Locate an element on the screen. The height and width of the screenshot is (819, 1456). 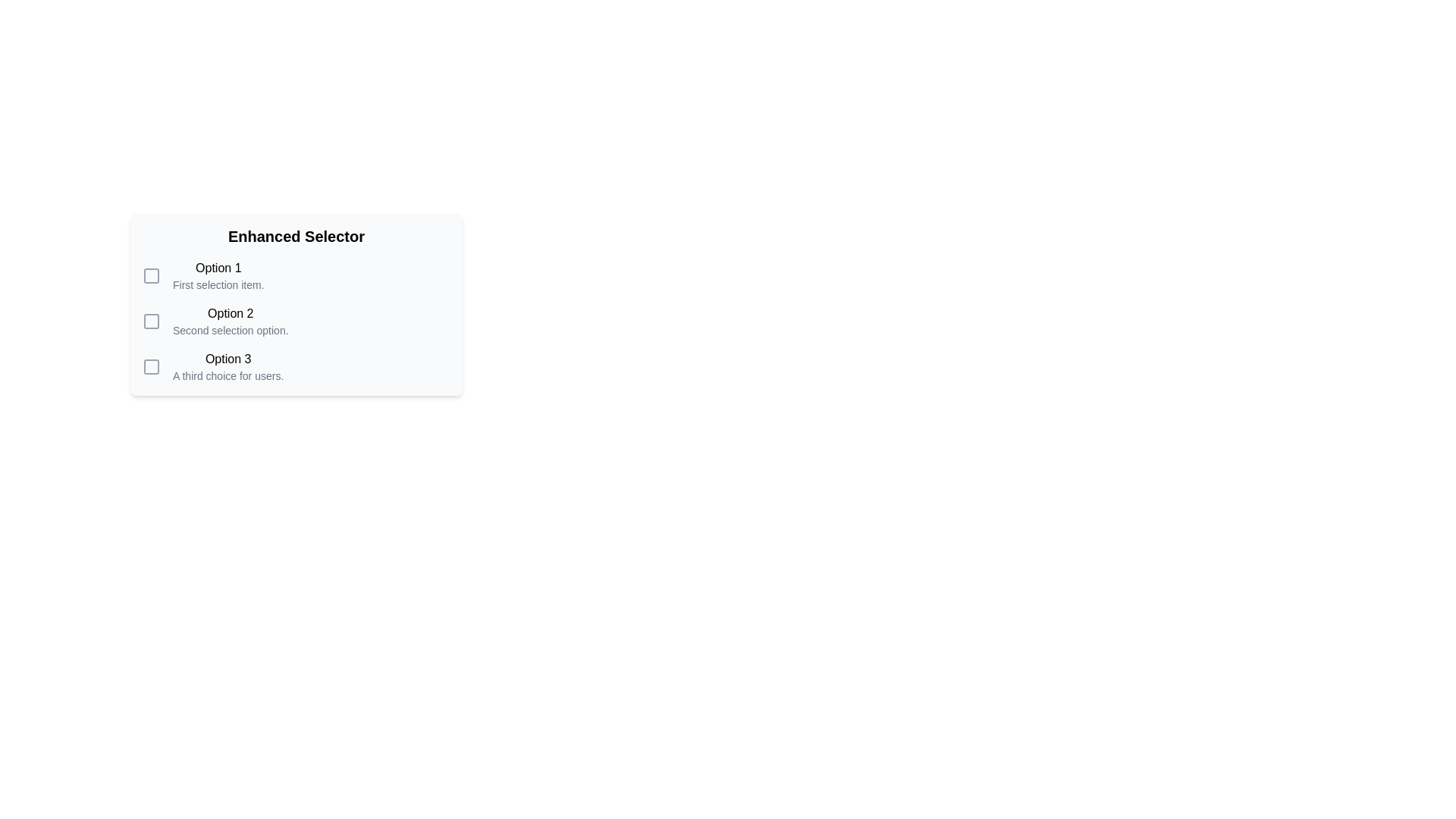
the visual marker or icon that indicates the current state of the third option is located at coordinates (152, 366).